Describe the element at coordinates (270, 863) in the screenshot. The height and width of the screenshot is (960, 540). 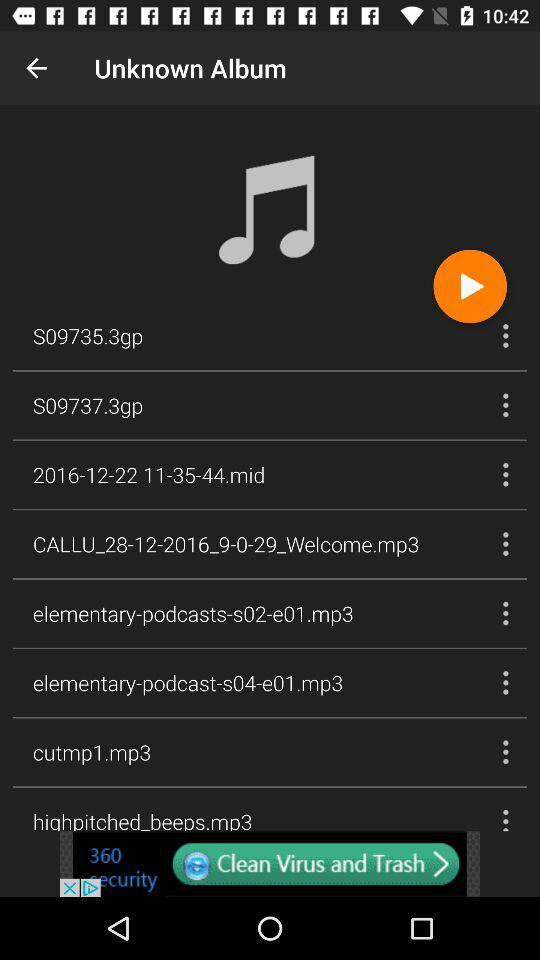
I see `clean virus and trash button` at that location.